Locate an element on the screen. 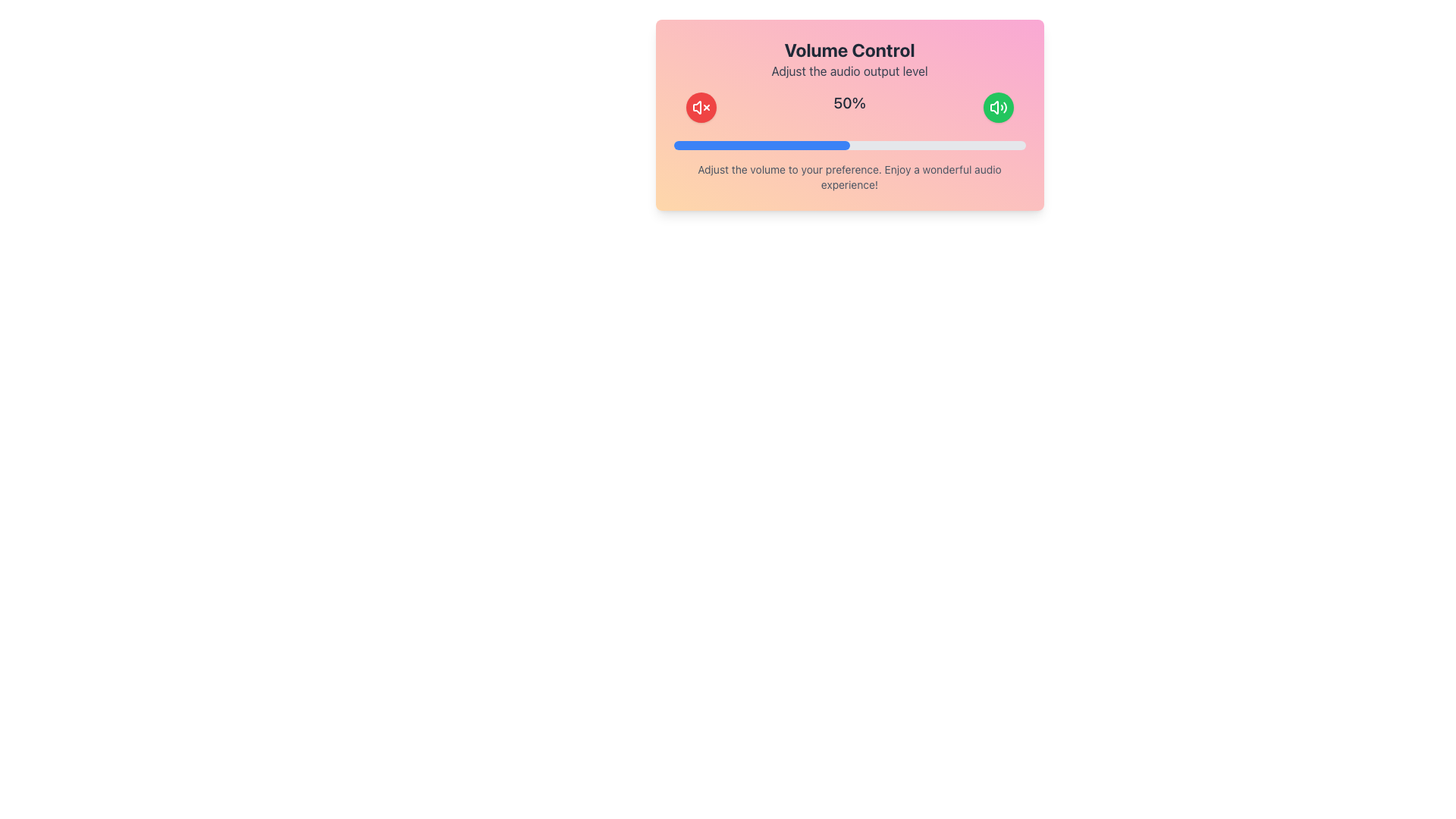 This screenshot has width=1456, height=819. the volume is located at coordinates (968, 146).